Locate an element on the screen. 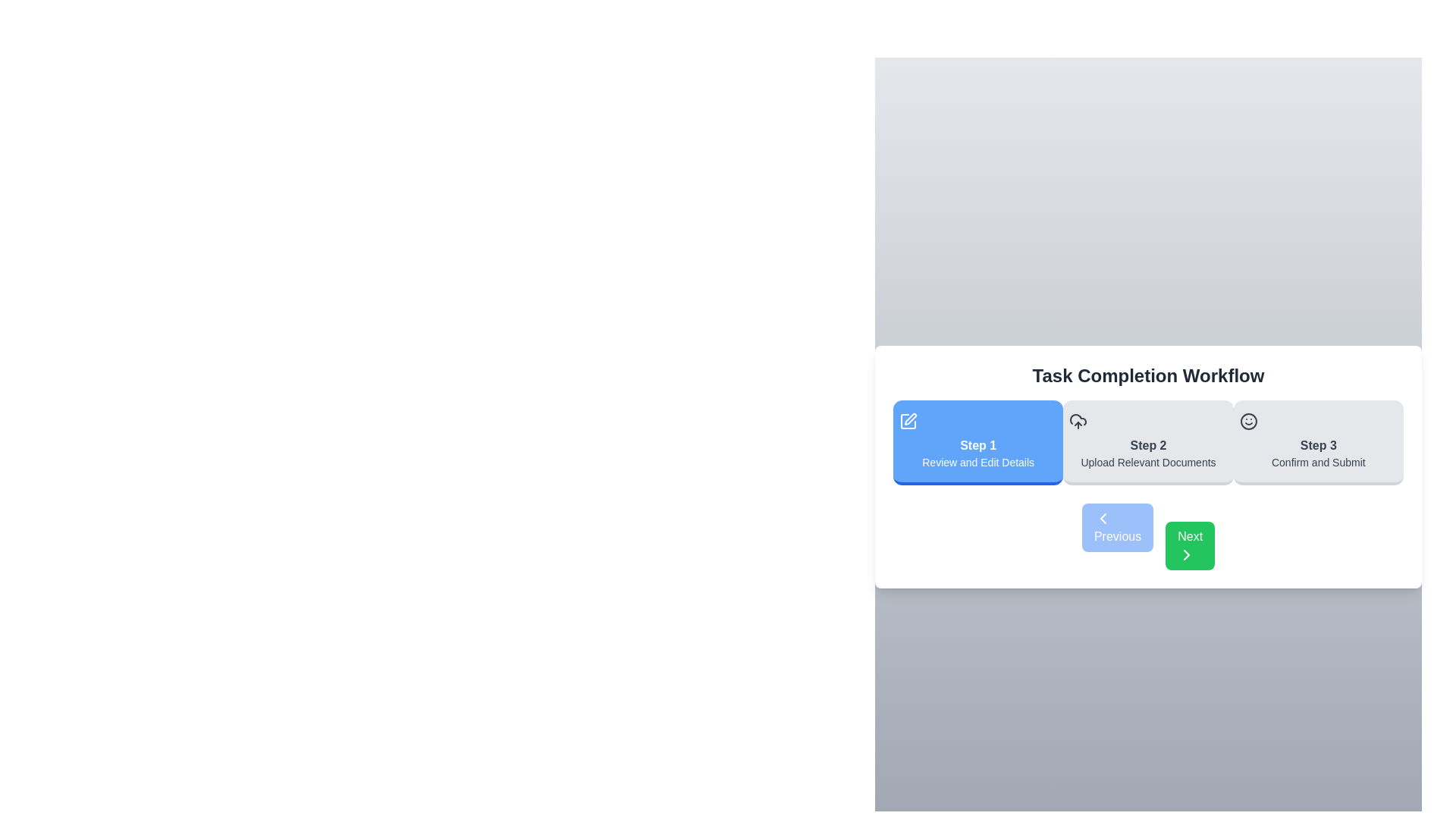 This screenshot has width=1456, height=819. the 'Previous' button to navigate to the previous step is located at coordinates (1117, 526).